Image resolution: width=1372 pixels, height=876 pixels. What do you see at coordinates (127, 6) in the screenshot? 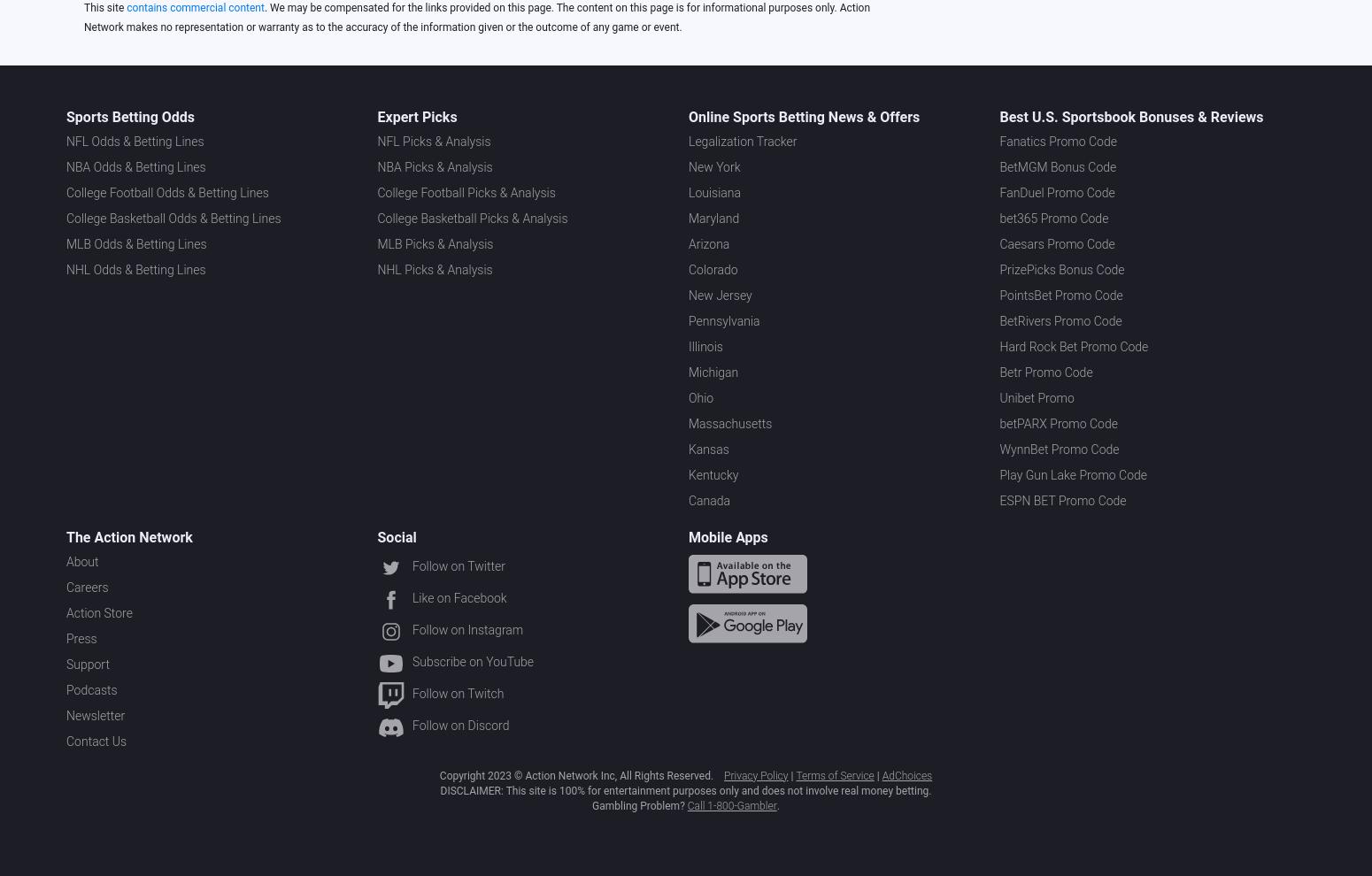
I see `'contains commercial content'` at bounding box center [127, 6].